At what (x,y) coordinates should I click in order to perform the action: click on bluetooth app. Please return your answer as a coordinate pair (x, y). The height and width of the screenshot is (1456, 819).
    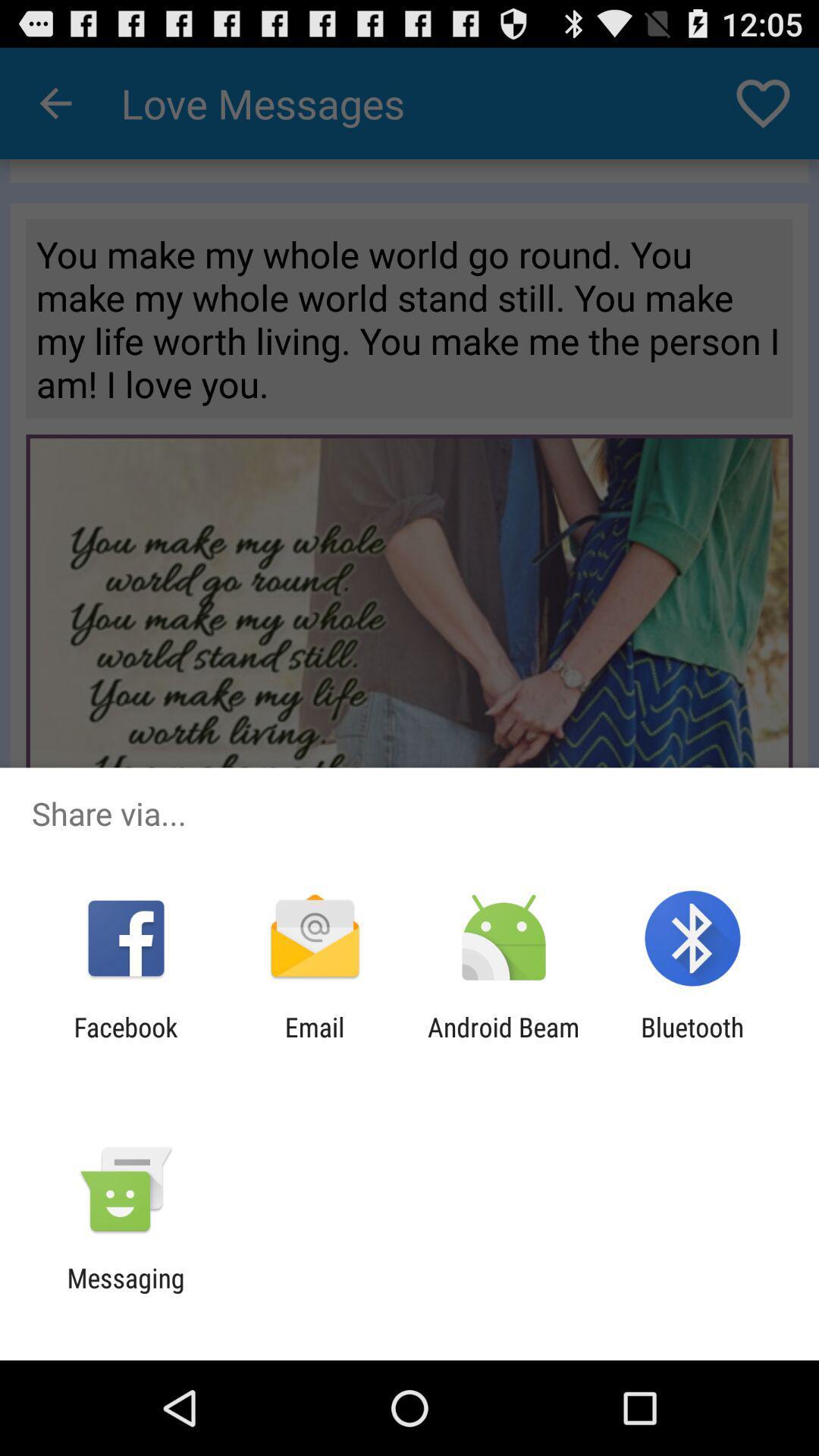
    Looking at the image, I should click on (692, 1042).